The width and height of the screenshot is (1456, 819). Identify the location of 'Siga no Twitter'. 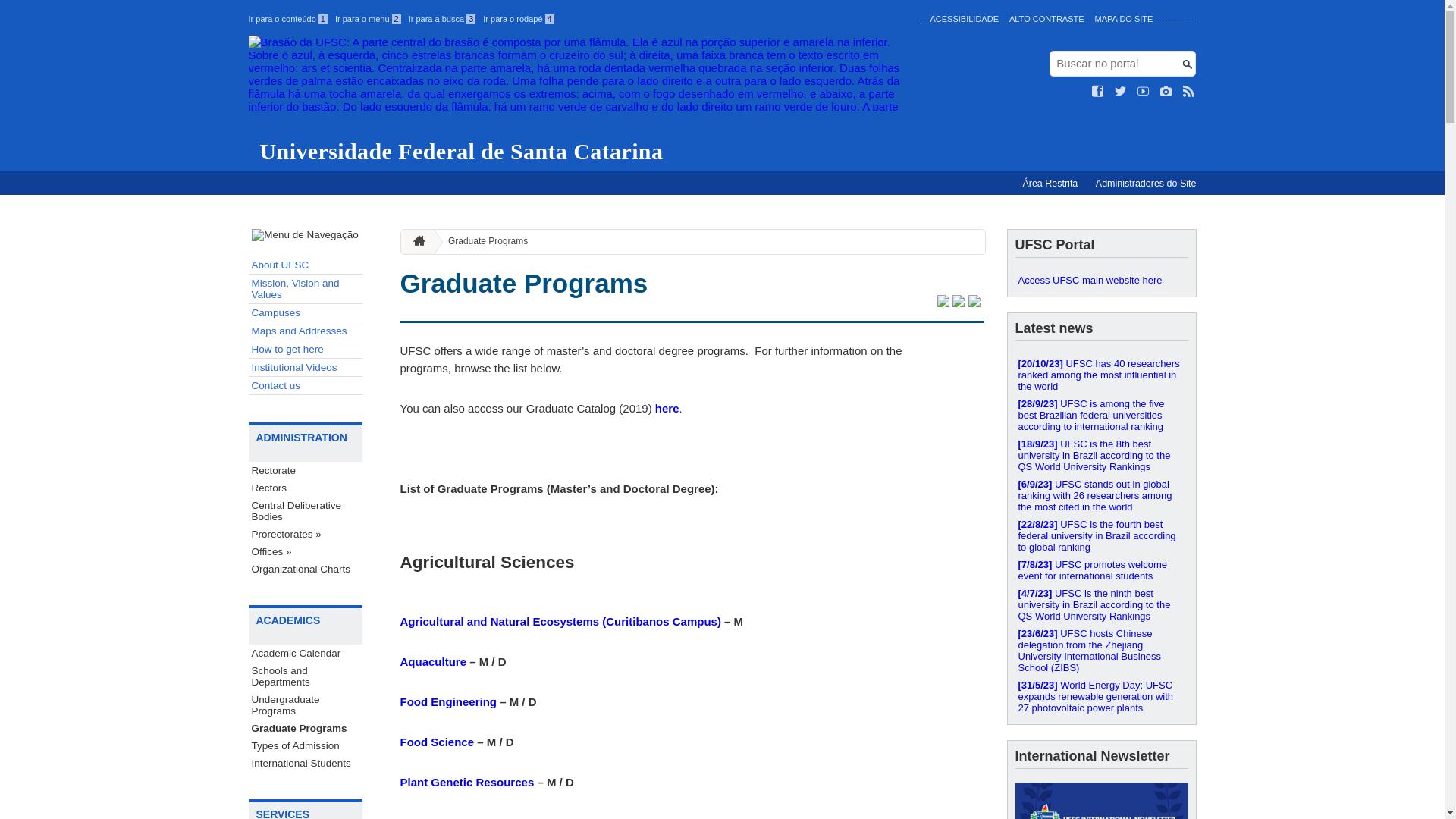
(1121, 91).